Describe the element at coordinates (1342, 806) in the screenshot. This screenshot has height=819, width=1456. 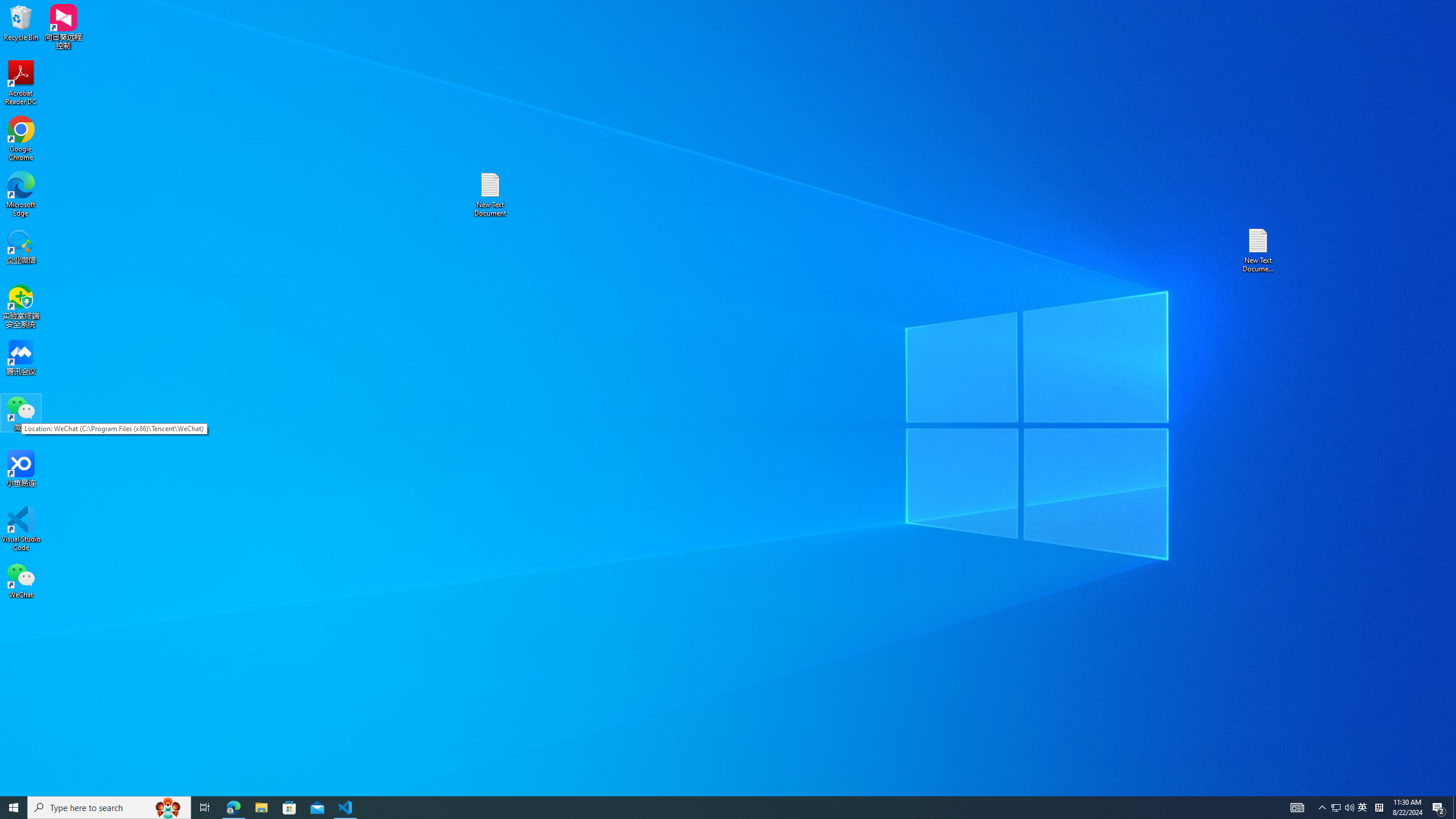
I see `'User Promoted Notification Area'` at that location.